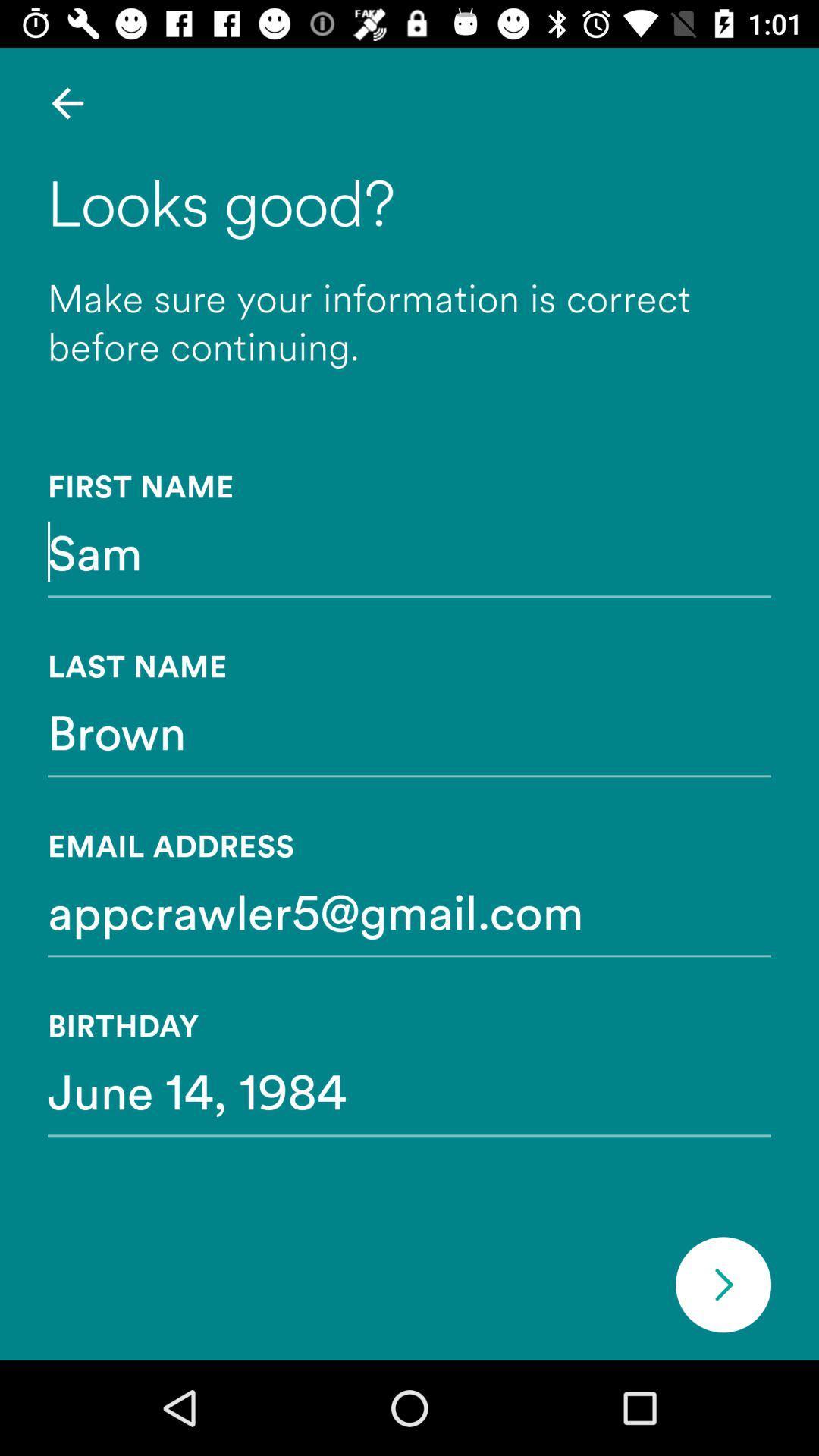 This screenshot has height=1456, width=819. I want to click on the icon below the first name icon, so click(409, 551).